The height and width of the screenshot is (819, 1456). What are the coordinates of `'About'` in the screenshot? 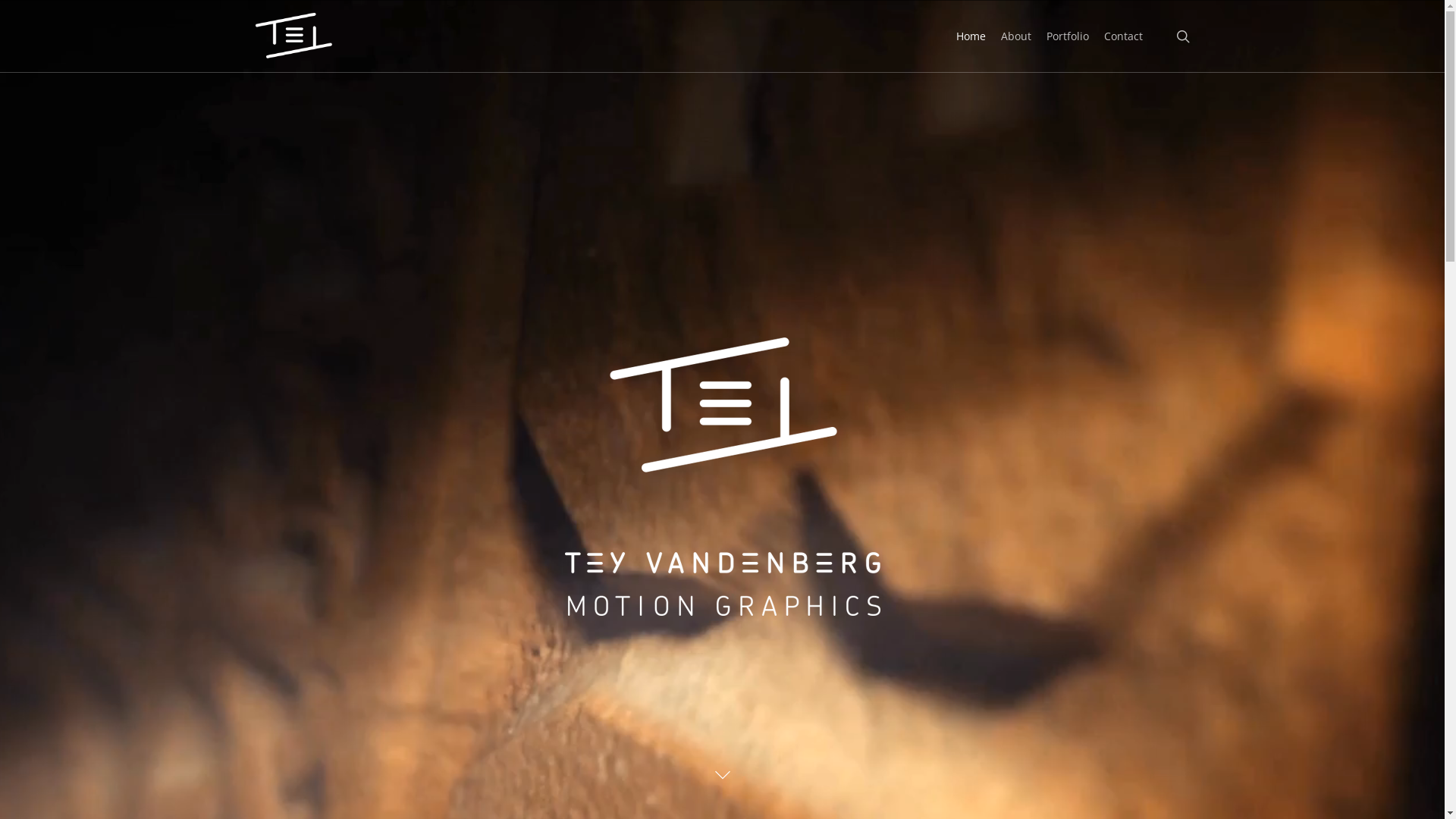 It's located at (1015, 35).